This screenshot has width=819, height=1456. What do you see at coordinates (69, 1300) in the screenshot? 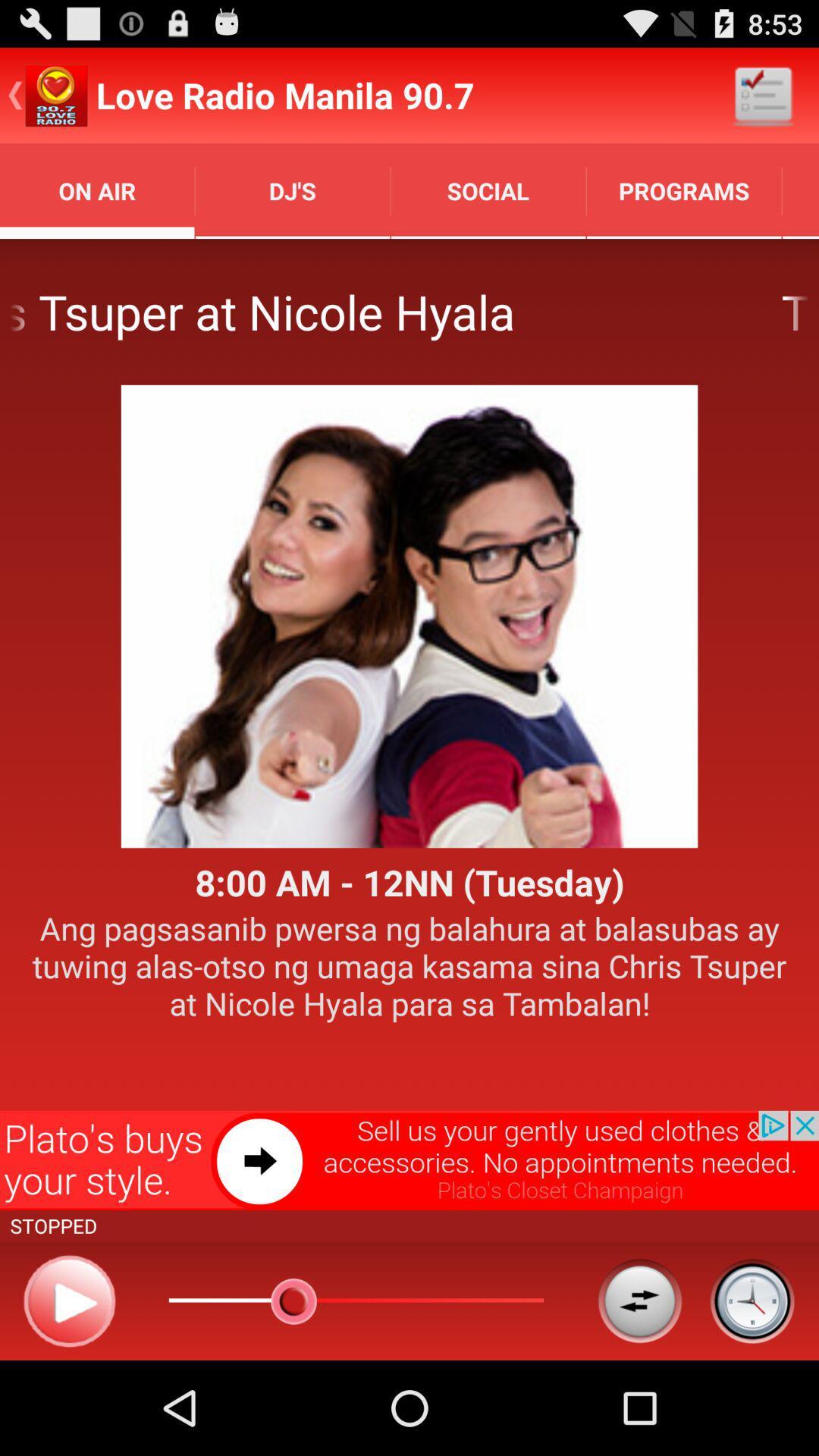
I see `content` at bounding box center [69, 1300].